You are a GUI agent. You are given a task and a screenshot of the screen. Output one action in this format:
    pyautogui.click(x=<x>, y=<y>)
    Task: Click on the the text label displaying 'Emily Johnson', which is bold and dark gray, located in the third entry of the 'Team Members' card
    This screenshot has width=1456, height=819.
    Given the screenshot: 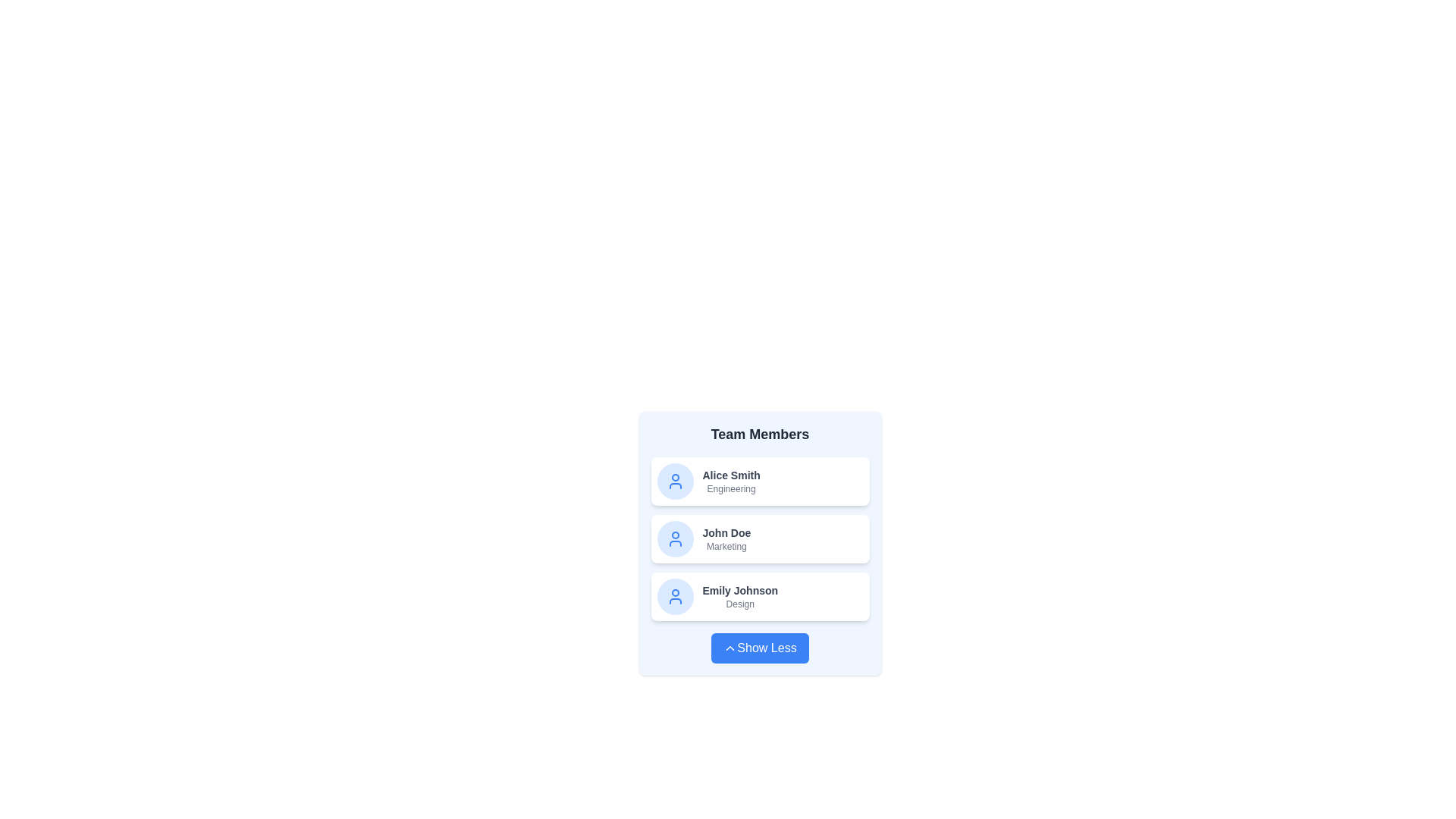 What is the action you would take?
    pyautogui.click(x=740, y=590)
    